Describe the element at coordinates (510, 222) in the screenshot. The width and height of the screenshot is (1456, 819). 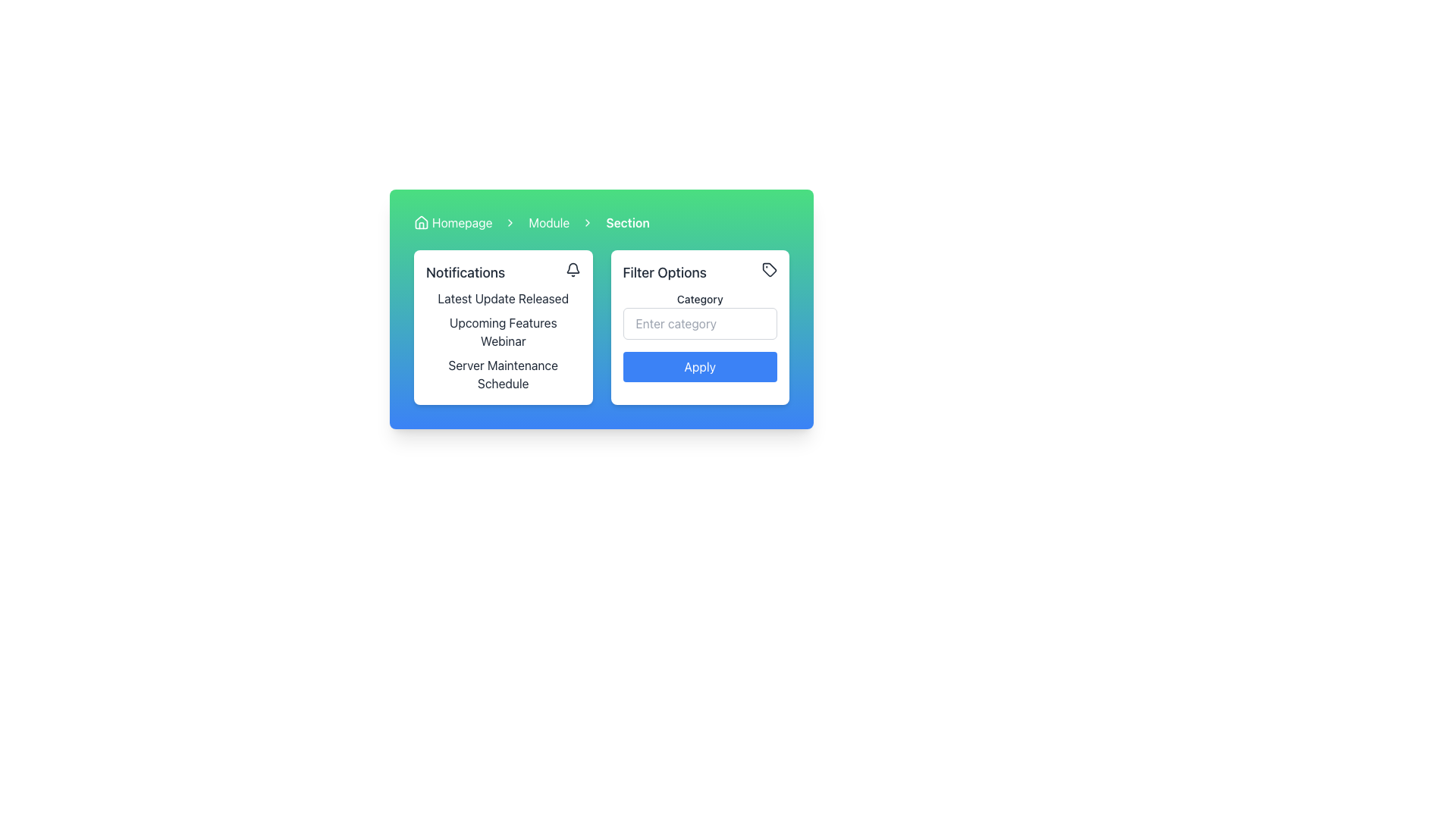
I see `the second chevron icon in the breadcrumb navigation, positioned between 'Homepage' and 'Module' text links` at that location.